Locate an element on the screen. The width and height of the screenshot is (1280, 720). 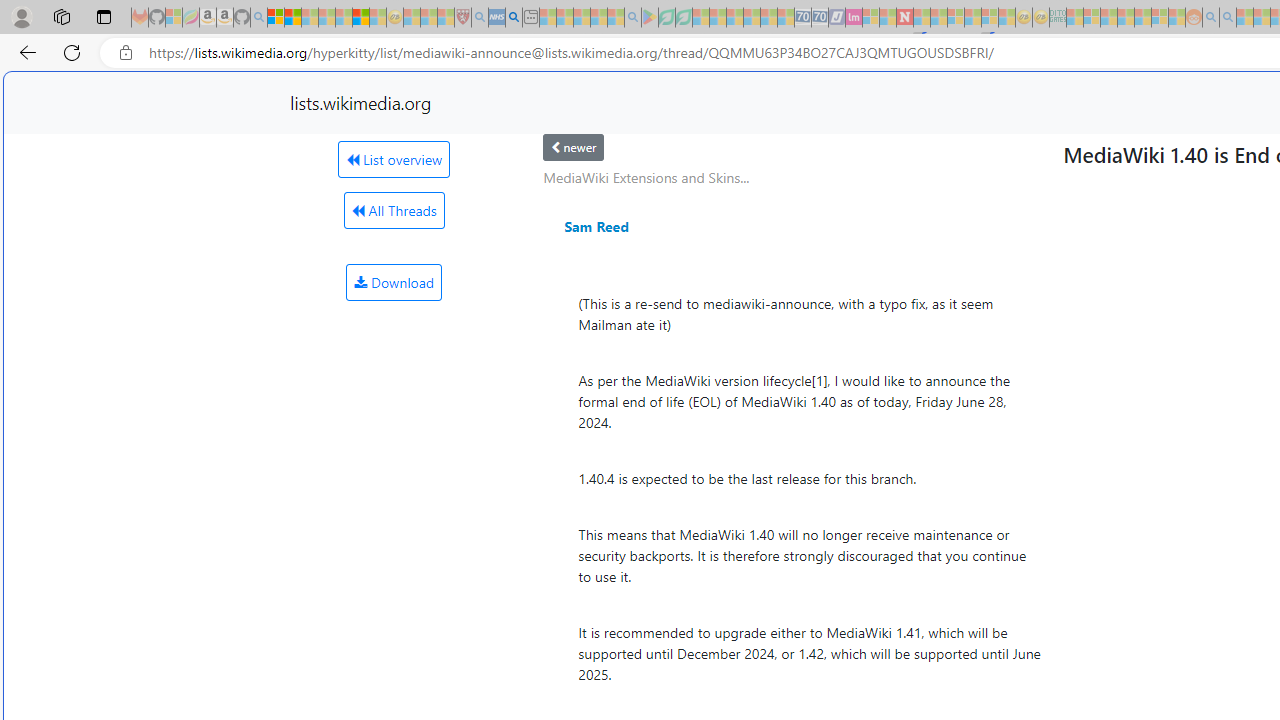
'Local - MSN - Sleeping' is located at coordinates (445, 17).